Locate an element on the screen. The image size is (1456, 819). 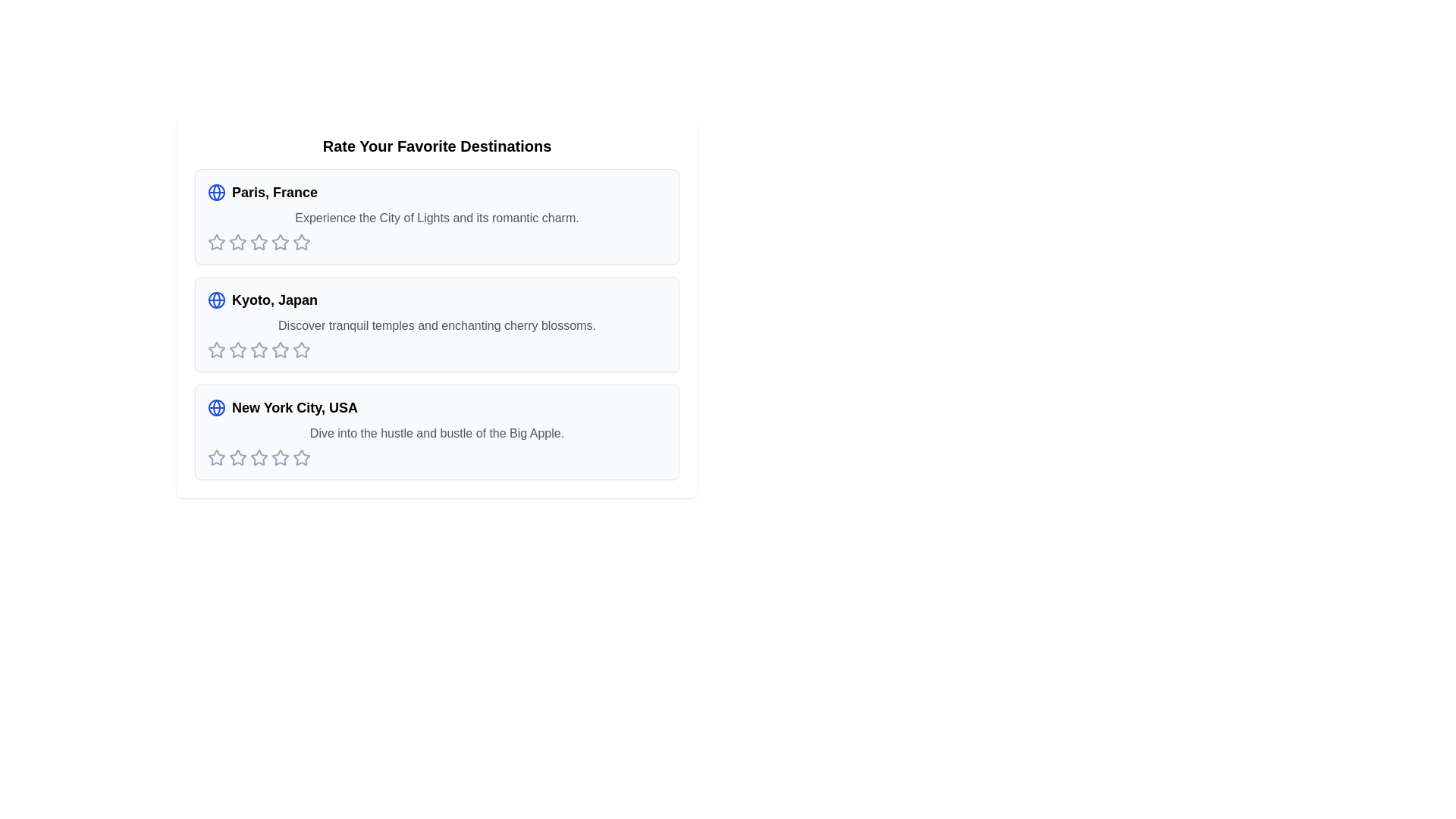
the text label displaying 'Paris, France' which is positioned beside a blue globe icon to highlight the text is located at coordinates (275, 192).